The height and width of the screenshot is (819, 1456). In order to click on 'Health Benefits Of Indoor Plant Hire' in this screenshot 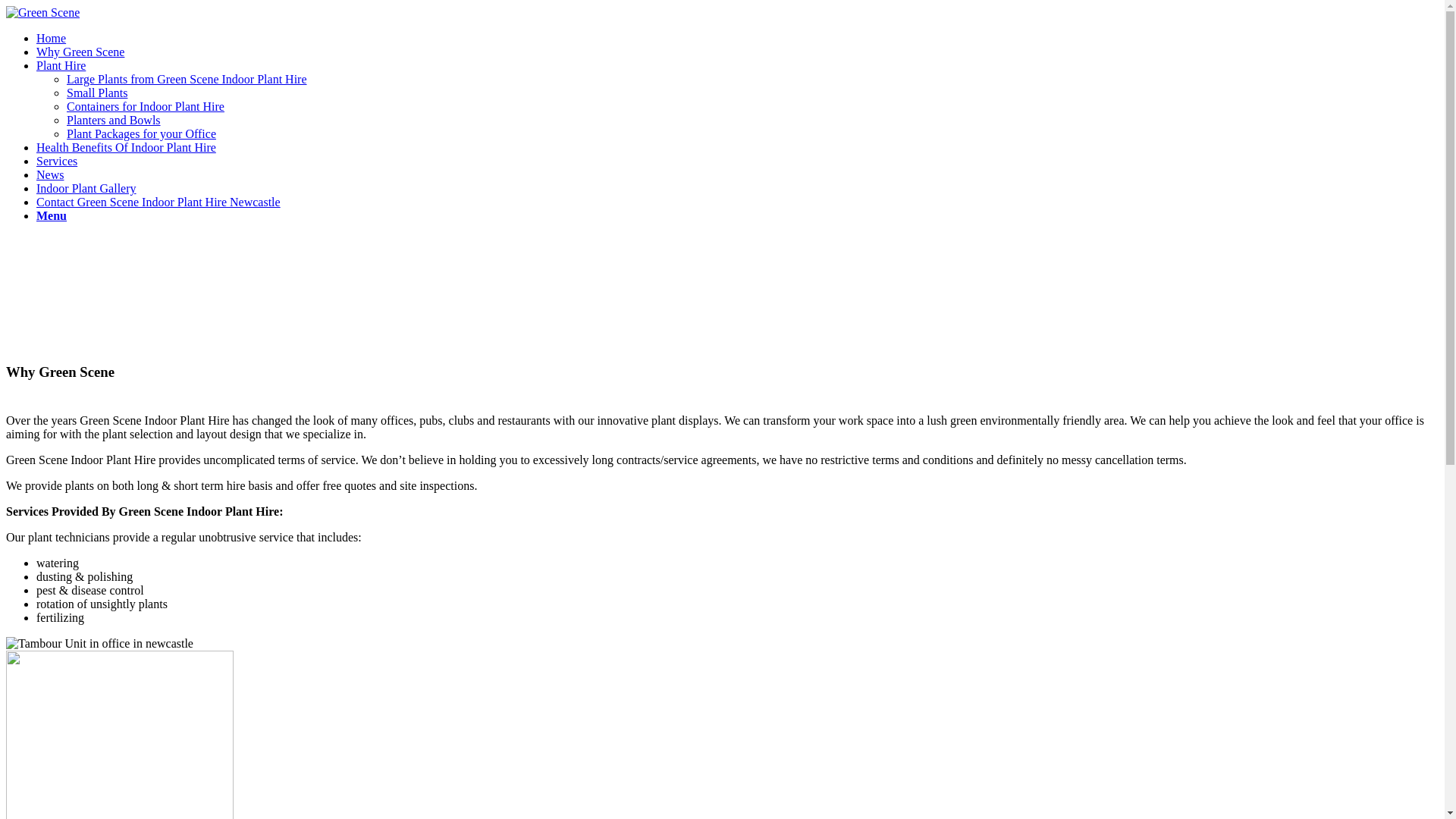, I will do `click(36, 147)`.